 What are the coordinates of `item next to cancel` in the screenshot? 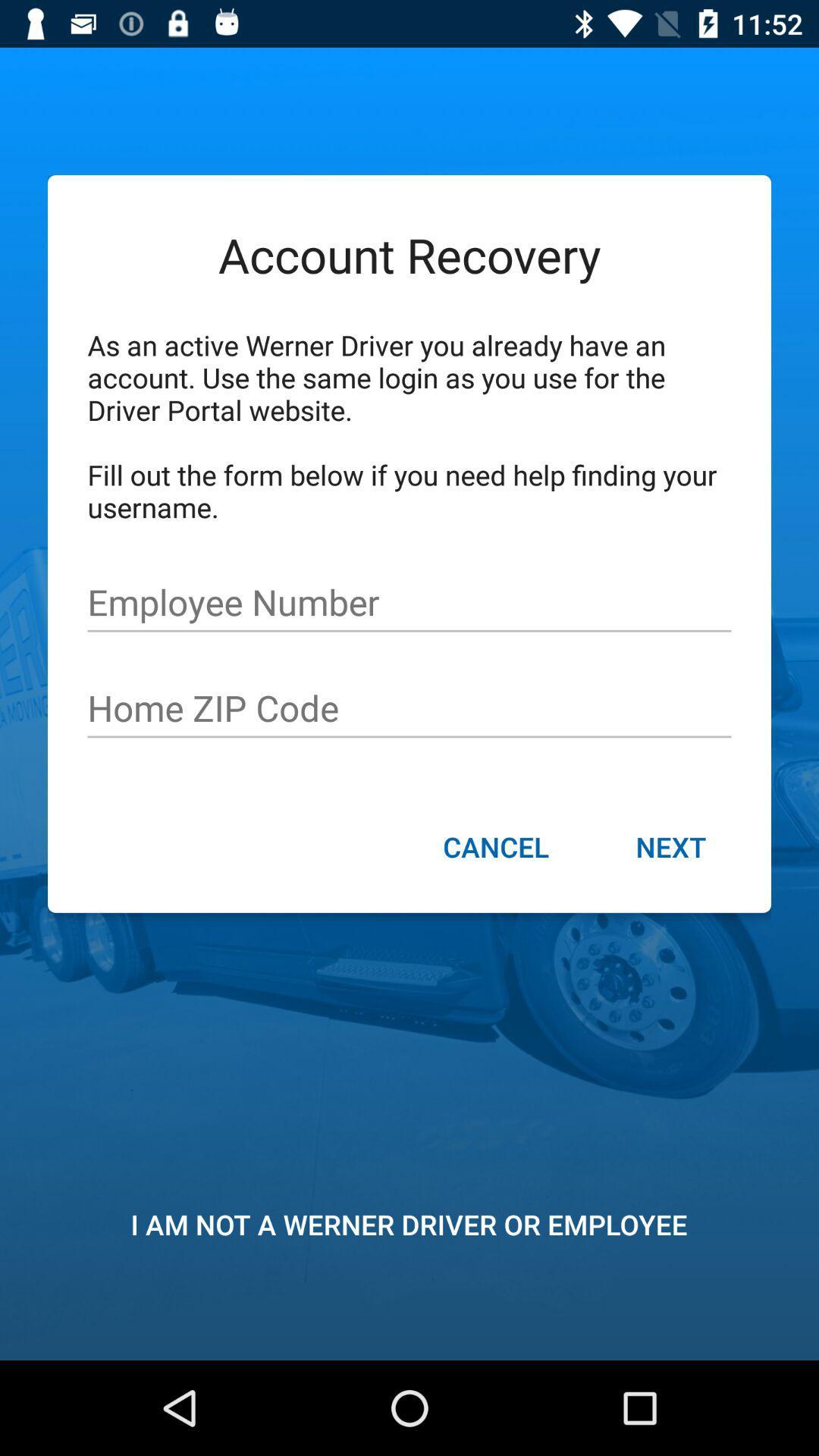 It's located at (670, 848).